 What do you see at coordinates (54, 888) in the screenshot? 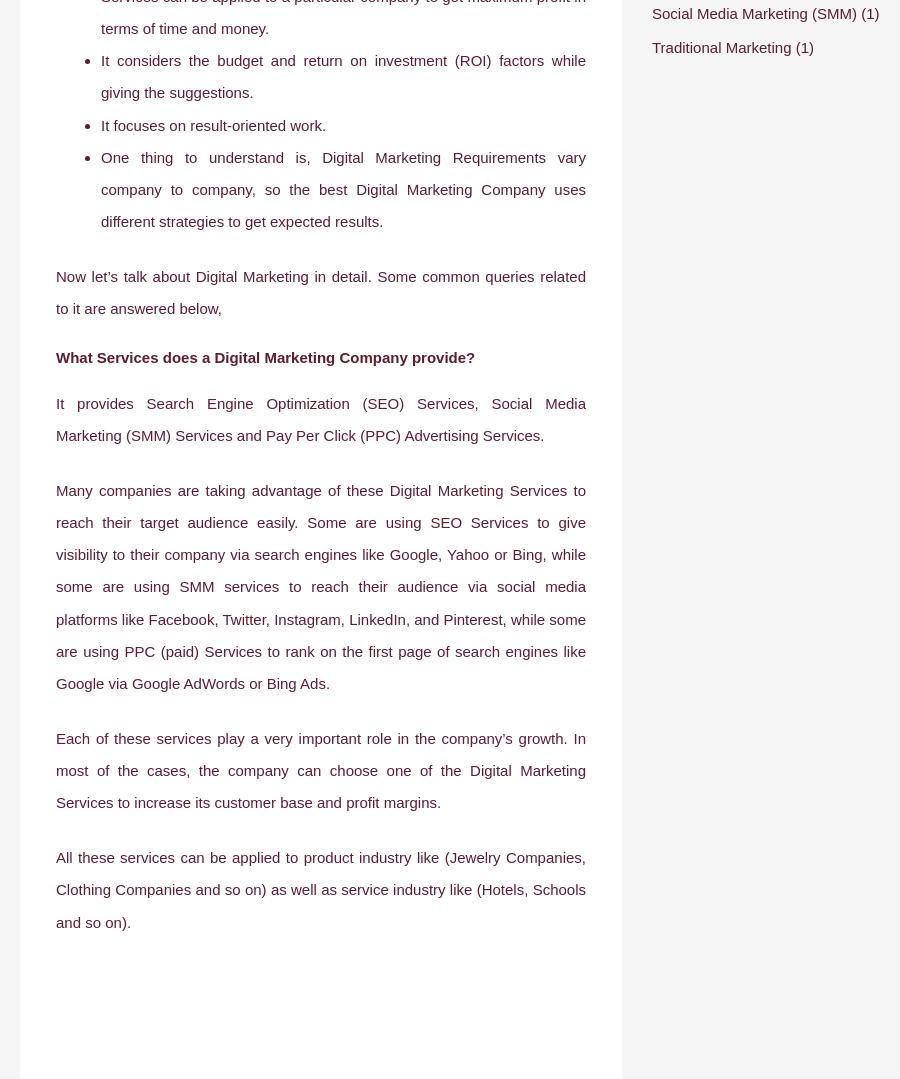
I see `'All these services can be applied to product industry like (Jewelry Companies, Clothing Companies and so on) as well as service industry like (Hotels, Schools and so on).'` at bounding box center [54, 888].